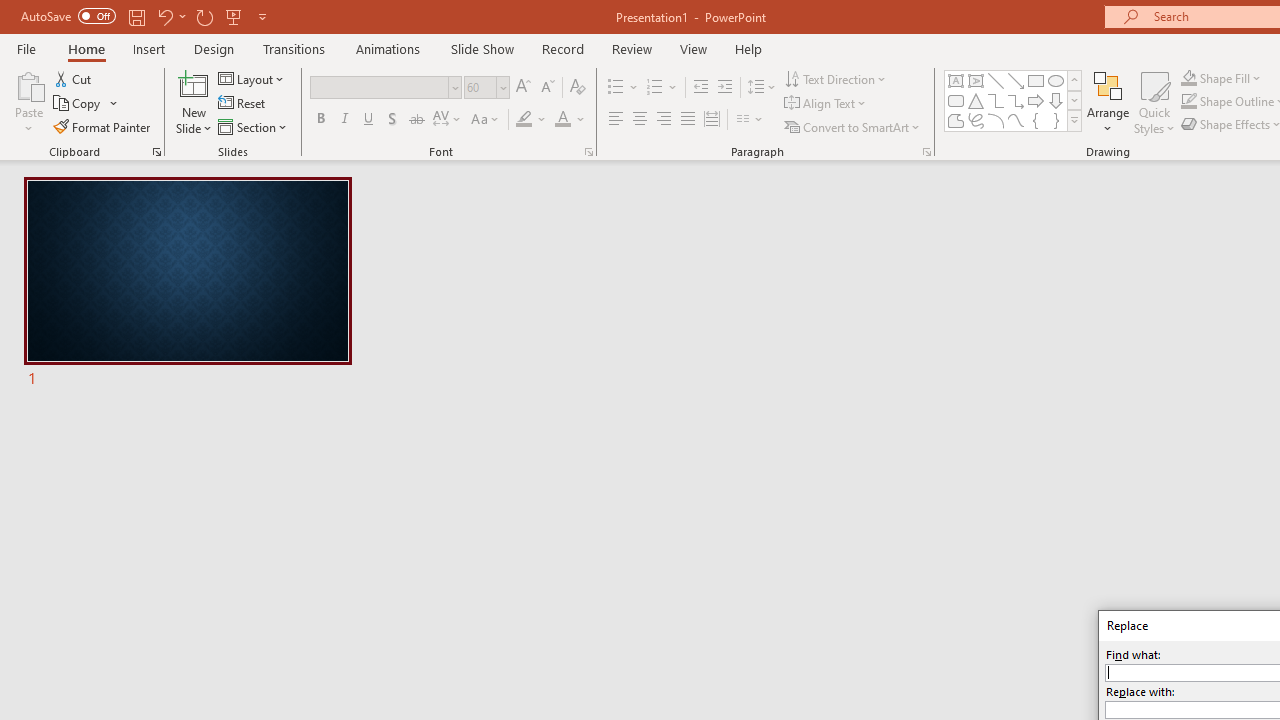 Image resolution: width=1280 pixels, height=720 pixels. Describe the element at coordinates (976, 120) in the screenshot. I see `'Freeform: Scribble'` at that location.